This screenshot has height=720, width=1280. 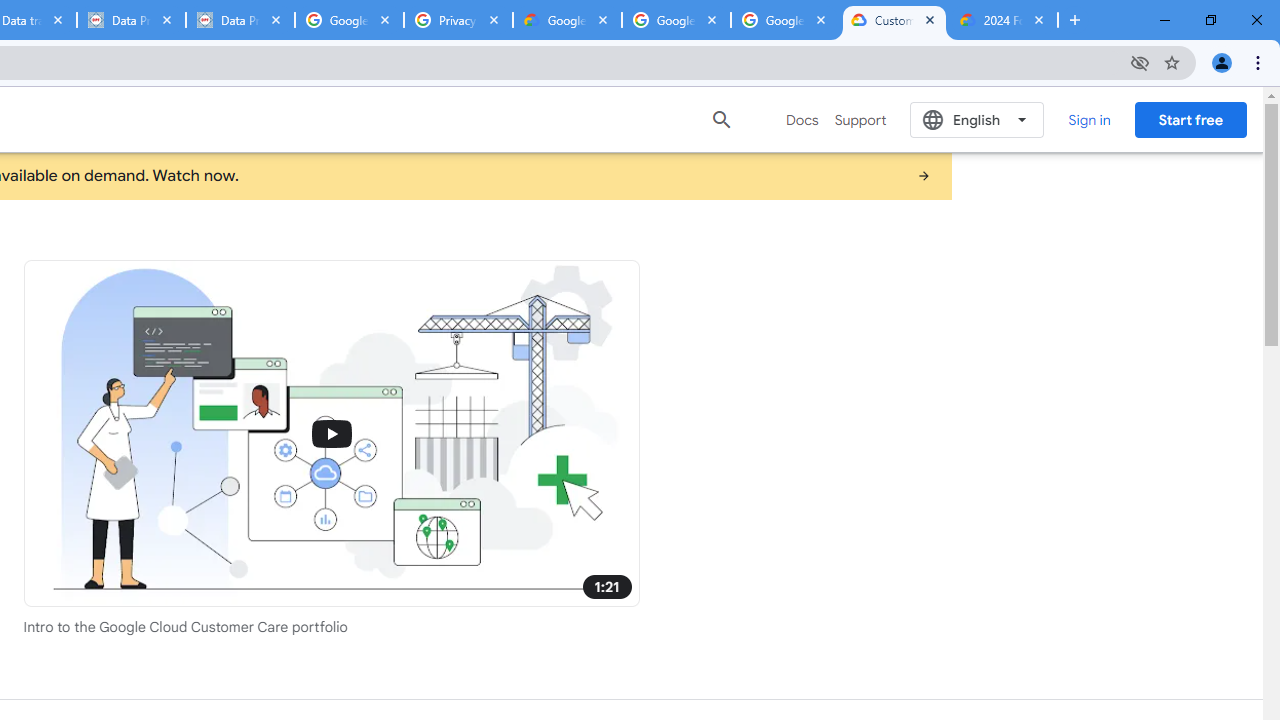 What do you see at coordinates (802, 119) in the screenshot?
I see `'Docs'` at bounding box center [802, 119].